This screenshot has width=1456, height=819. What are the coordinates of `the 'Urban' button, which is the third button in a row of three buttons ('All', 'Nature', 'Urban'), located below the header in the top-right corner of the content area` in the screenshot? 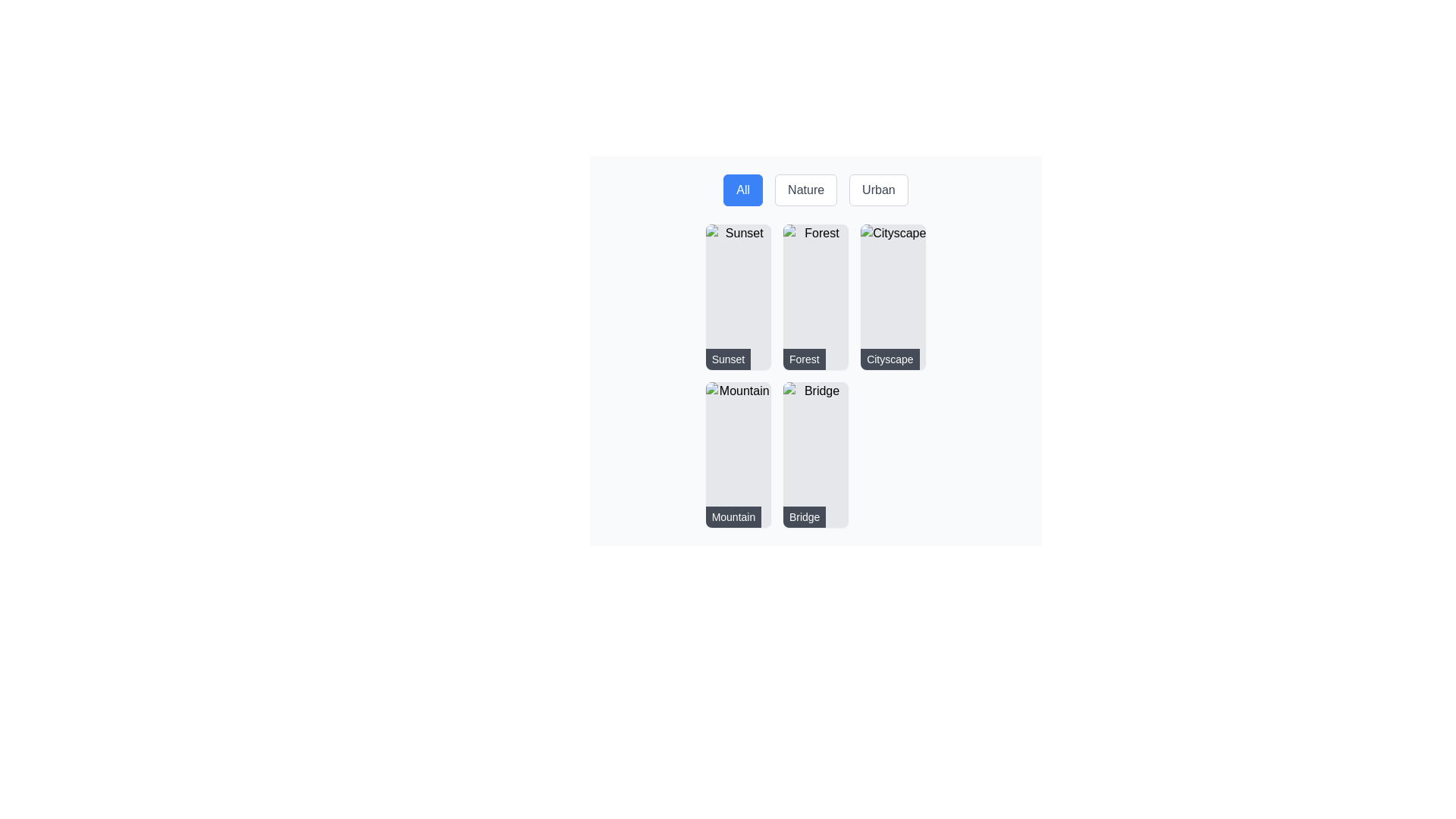 It's located at (878, 189).